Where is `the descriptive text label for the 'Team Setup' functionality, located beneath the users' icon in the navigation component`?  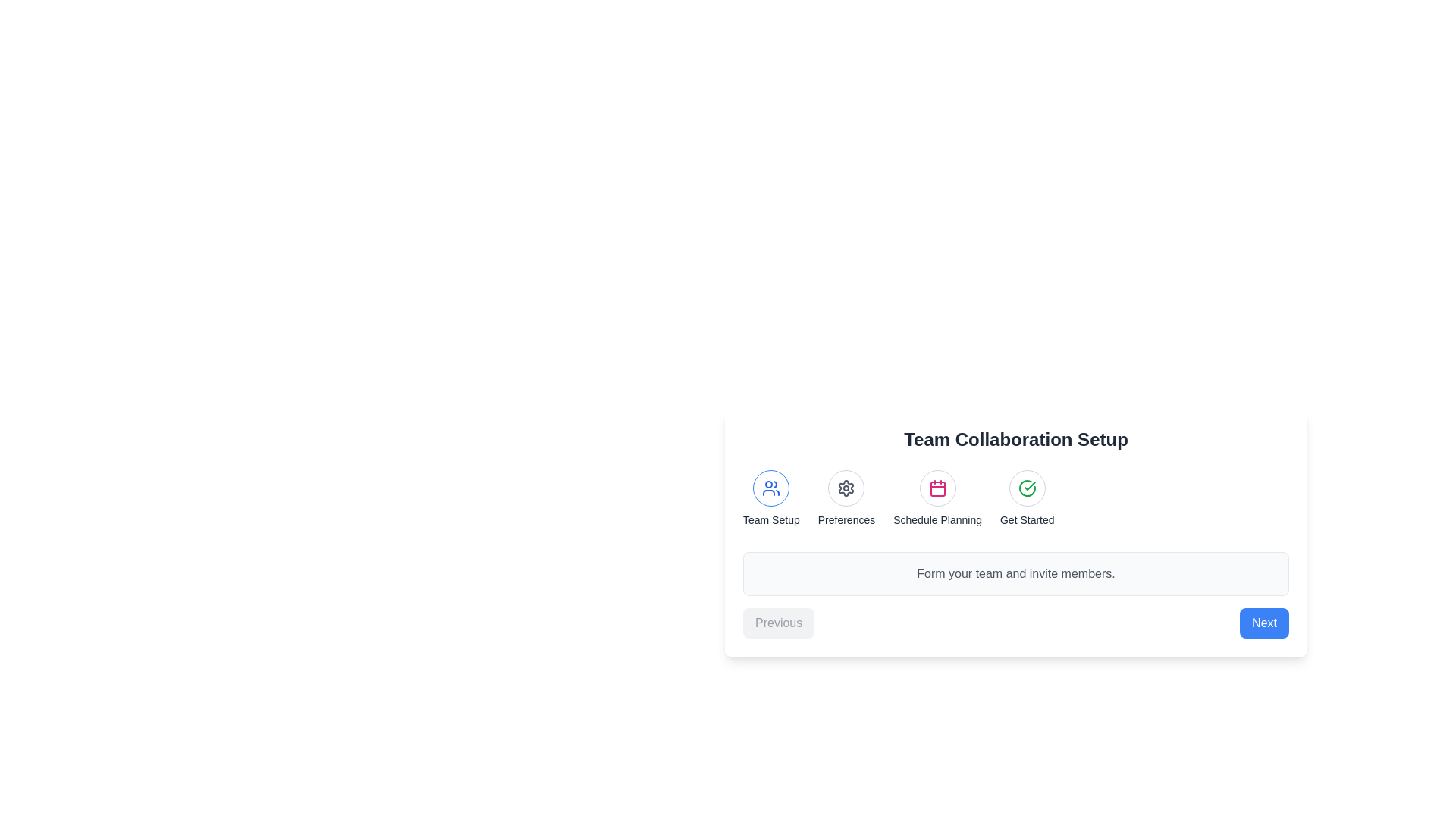 the descriptive text label for the 'Team Setup' functionality, located beneath the users' icon in the navigation component is located at coordinates (771, 519).